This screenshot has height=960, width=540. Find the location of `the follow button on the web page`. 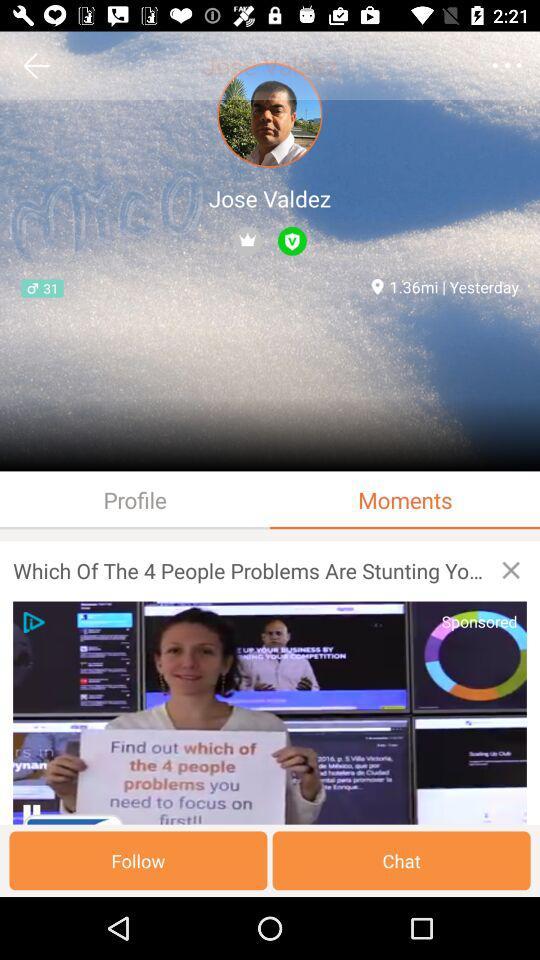

the follow button on the web page is located at coordinates (137, 860).